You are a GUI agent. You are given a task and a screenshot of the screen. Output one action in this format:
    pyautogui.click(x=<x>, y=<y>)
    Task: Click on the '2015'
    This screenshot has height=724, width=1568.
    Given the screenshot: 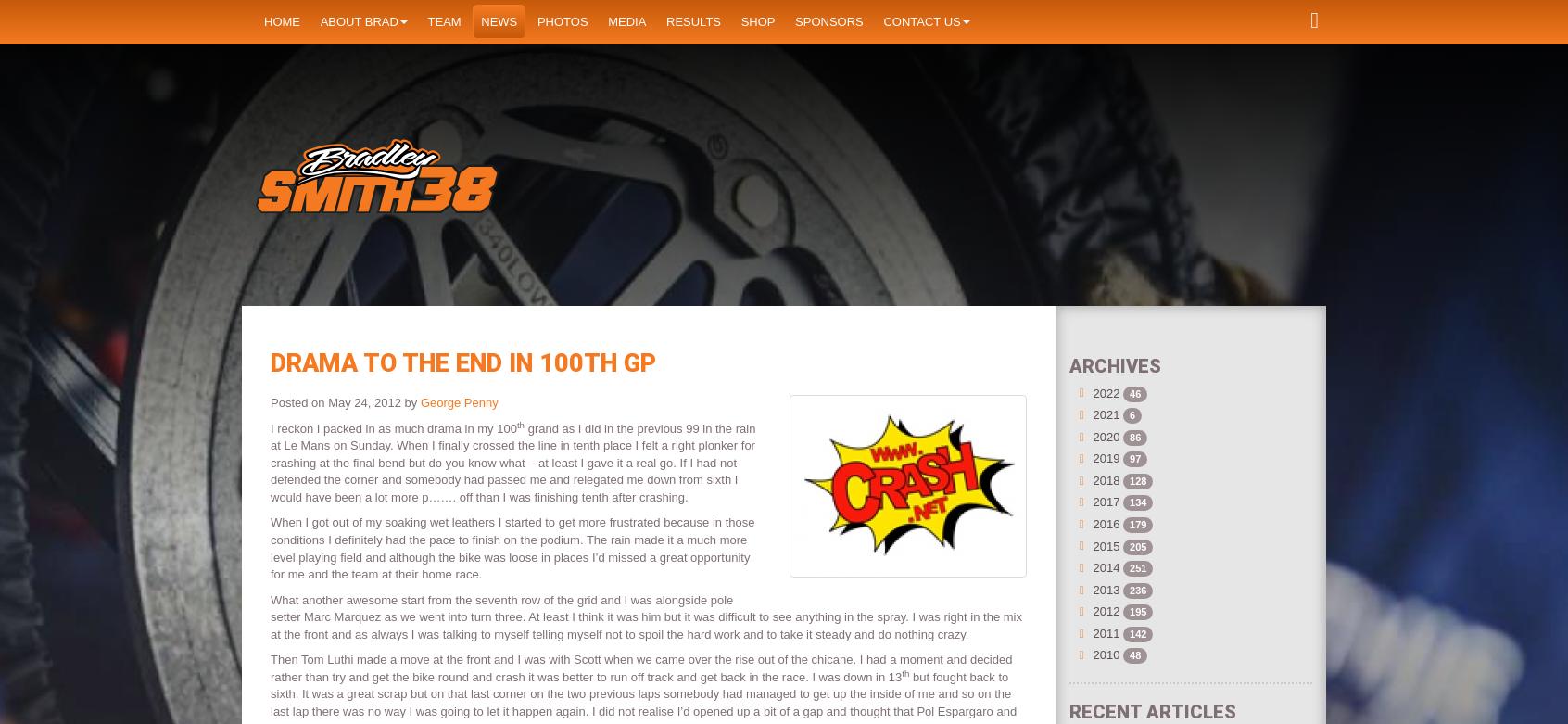 What is the action you would take?
    pyautogui.click(x=1105, y=545)
    